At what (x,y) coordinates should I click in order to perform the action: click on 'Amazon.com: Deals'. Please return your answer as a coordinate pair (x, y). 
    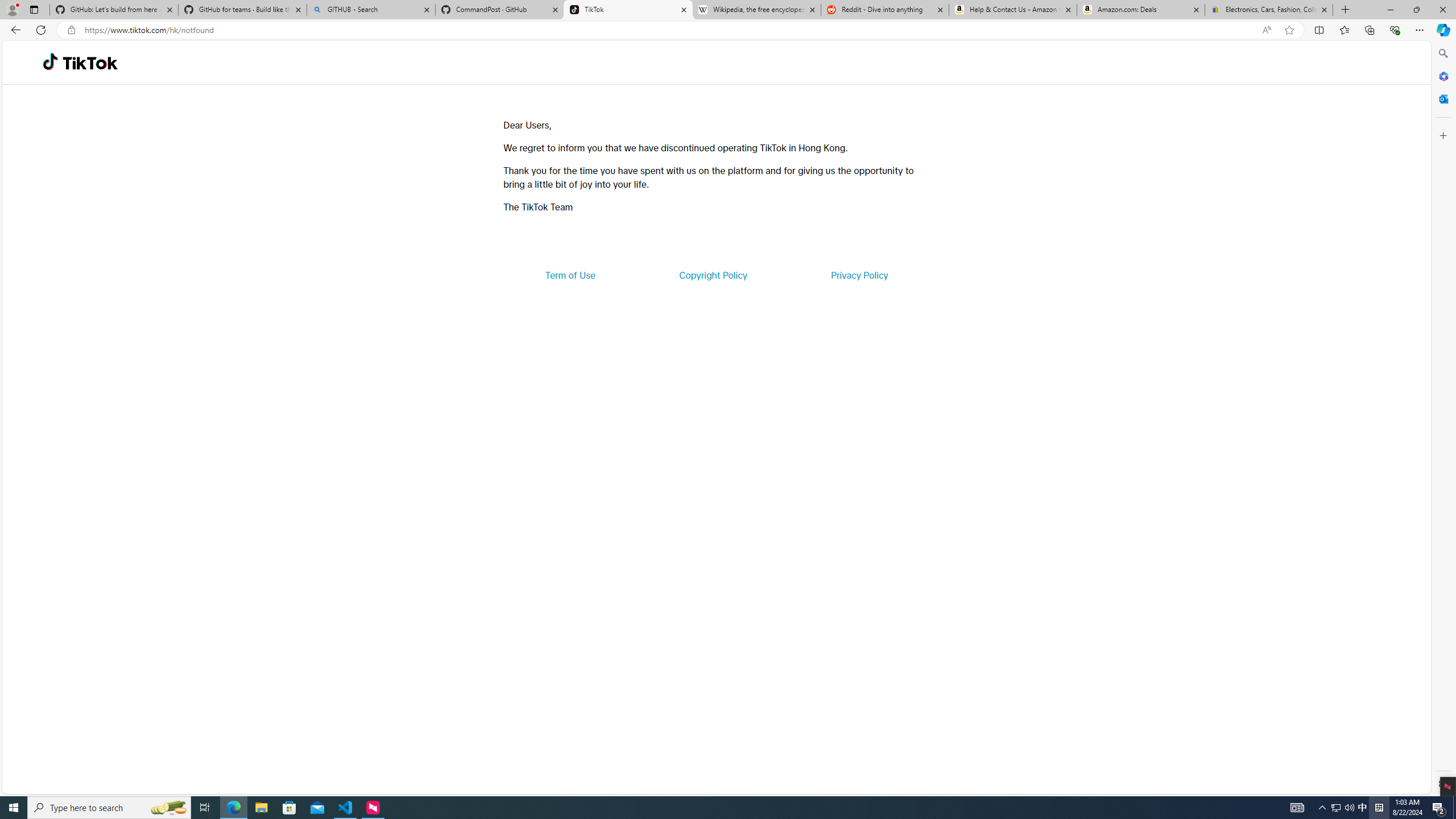
    Looking at the image, I should click on (1140, 9).